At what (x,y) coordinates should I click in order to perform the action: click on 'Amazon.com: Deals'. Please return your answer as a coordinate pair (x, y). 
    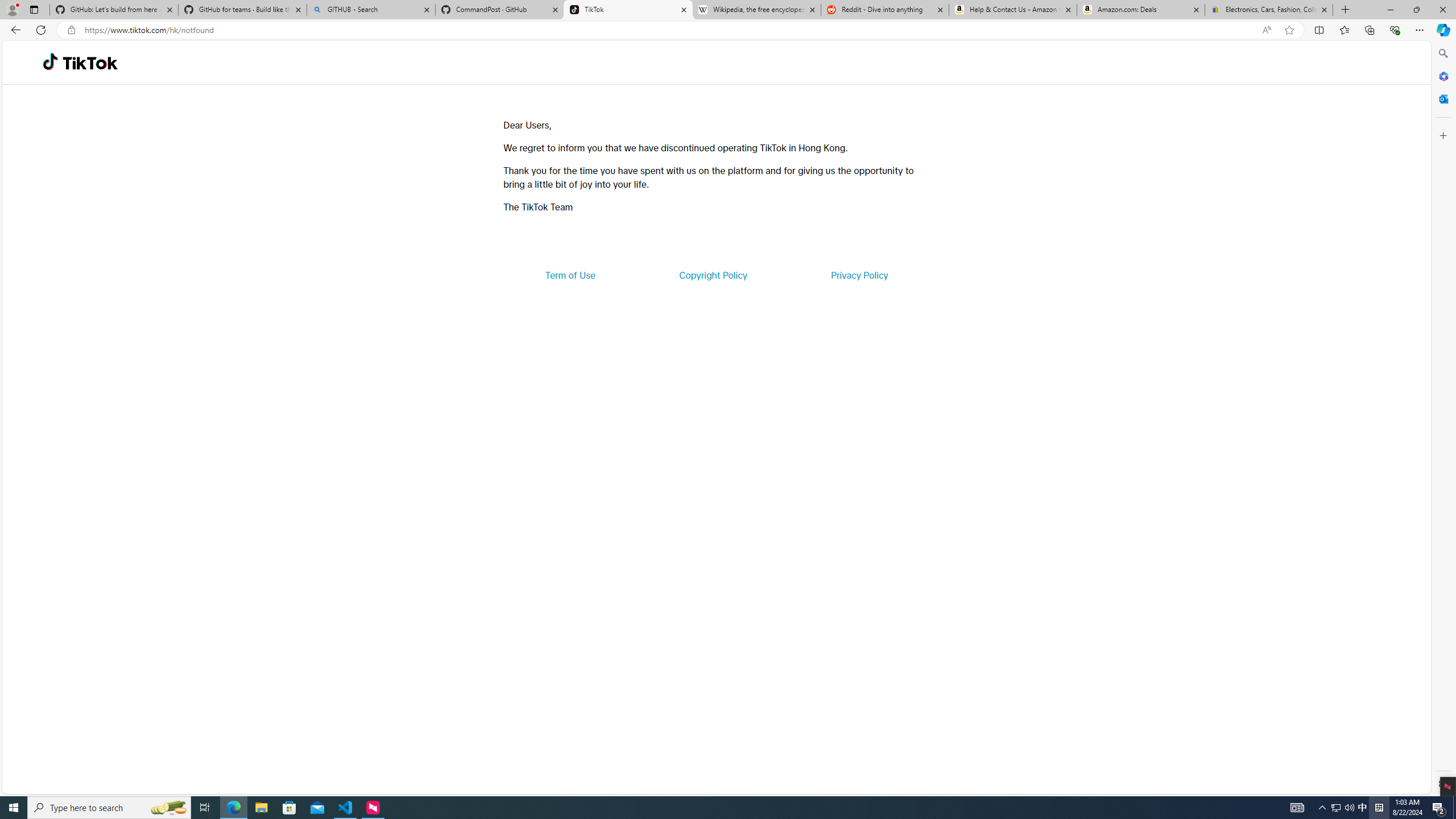
    Looking at the image, I should click on (1140, 9).